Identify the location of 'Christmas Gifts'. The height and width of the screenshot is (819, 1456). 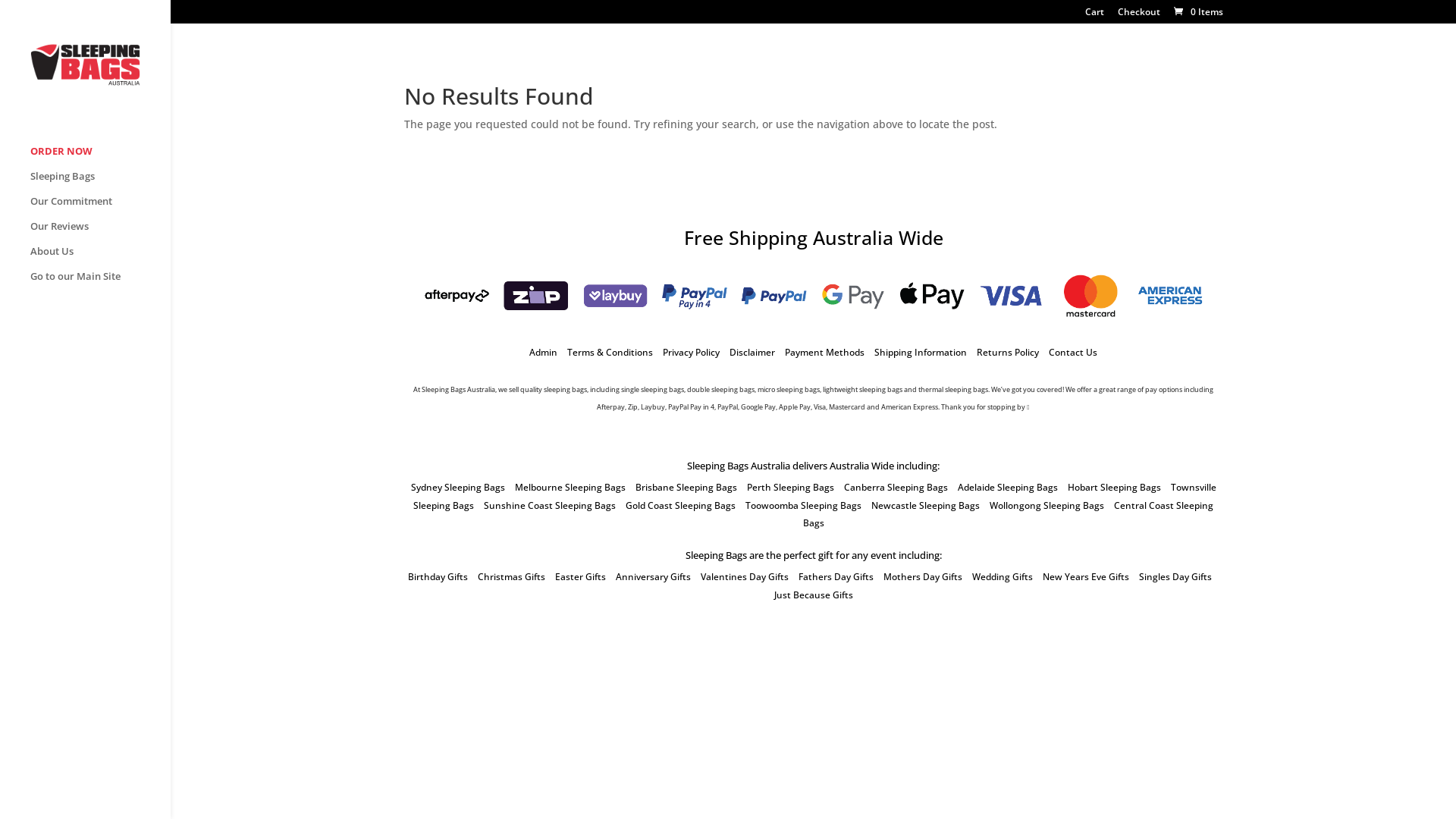
(476, 576).